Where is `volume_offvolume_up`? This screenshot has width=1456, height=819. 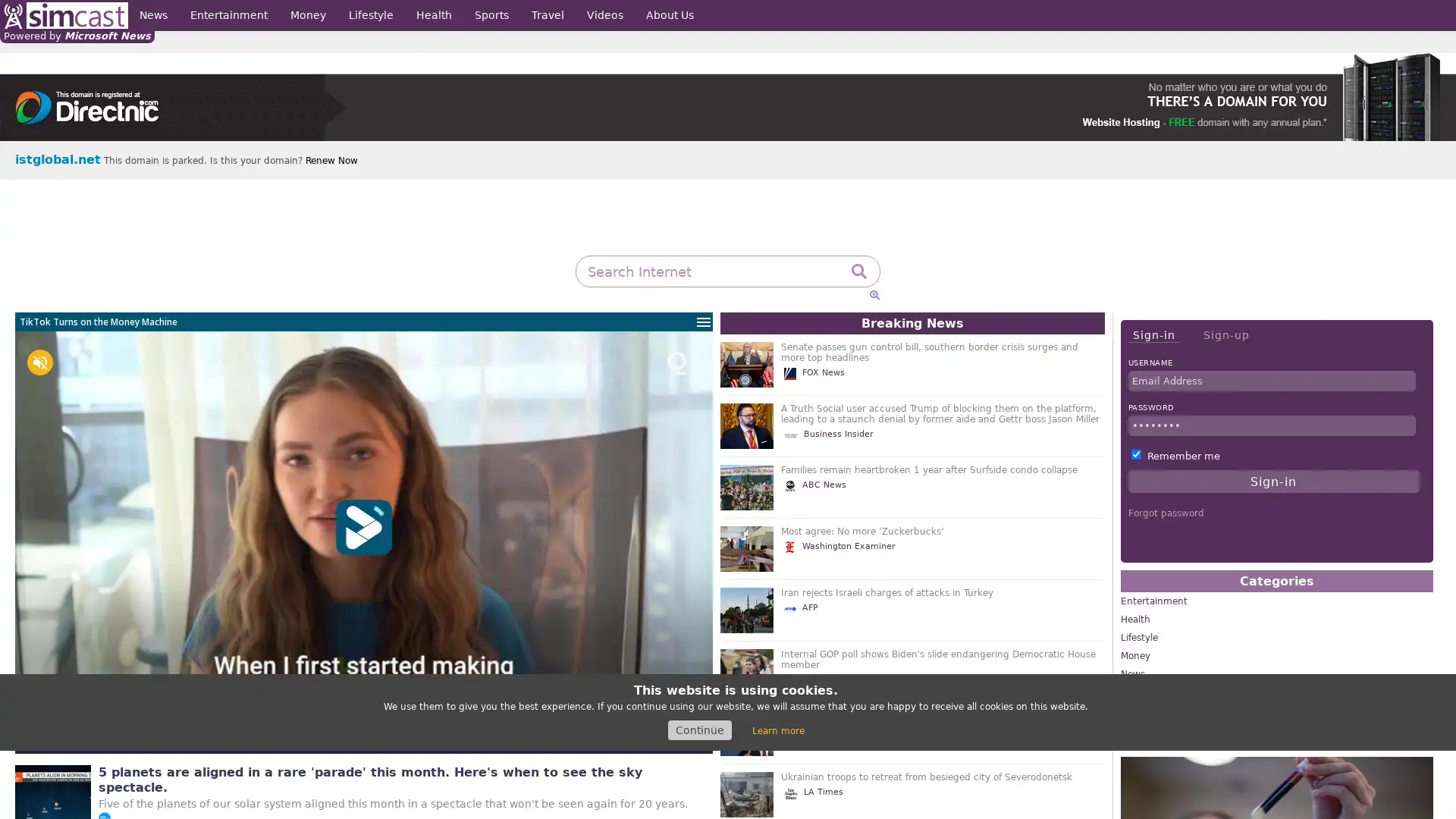 volume_offvolume_up is located at coordinates (39, 362).